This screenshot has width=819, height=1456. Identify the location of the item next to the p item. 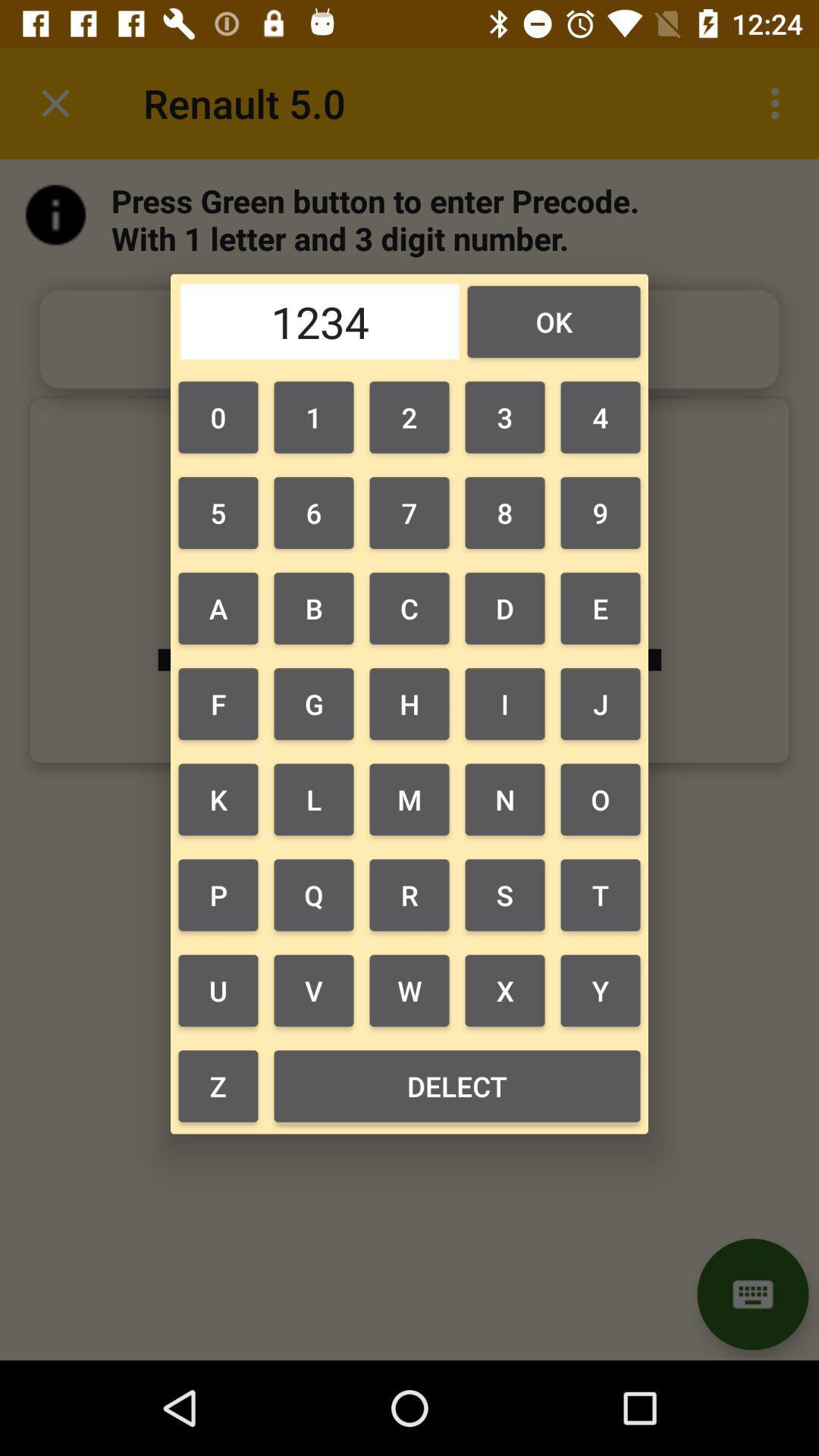
(312, 990).